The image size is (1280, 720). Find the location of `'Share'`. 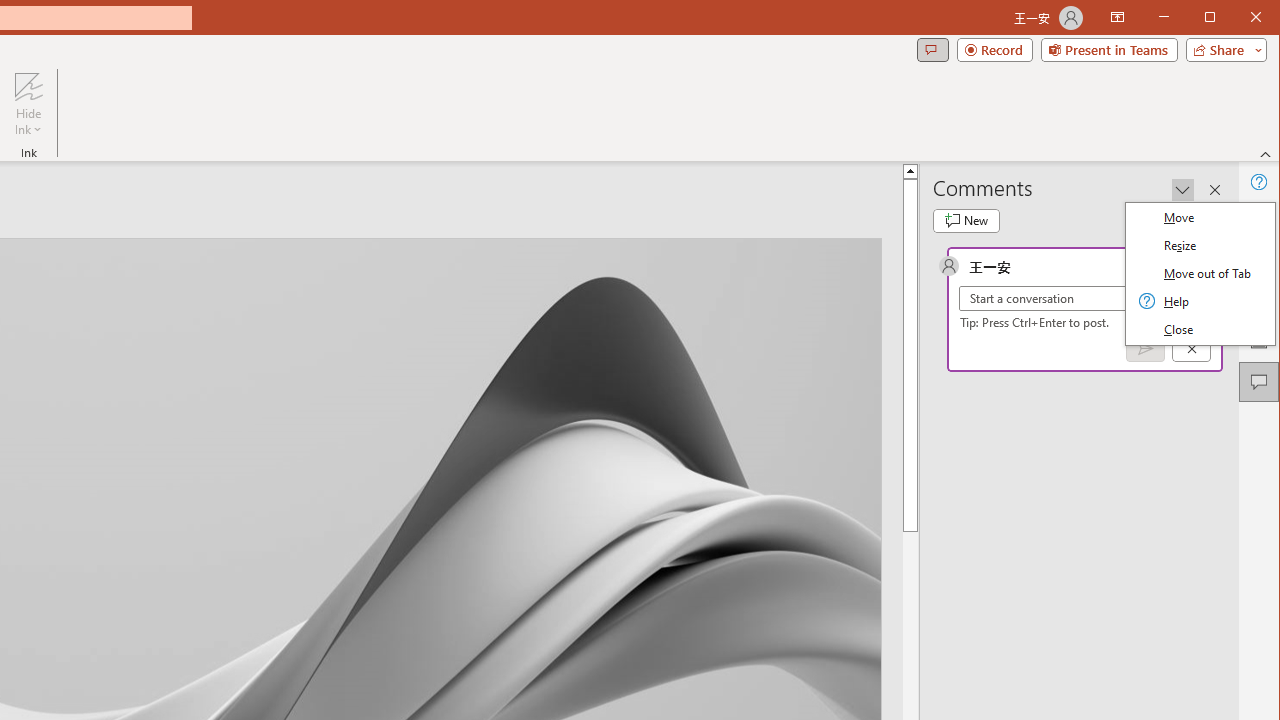

'Share' is located at coordinates (1221, 49).